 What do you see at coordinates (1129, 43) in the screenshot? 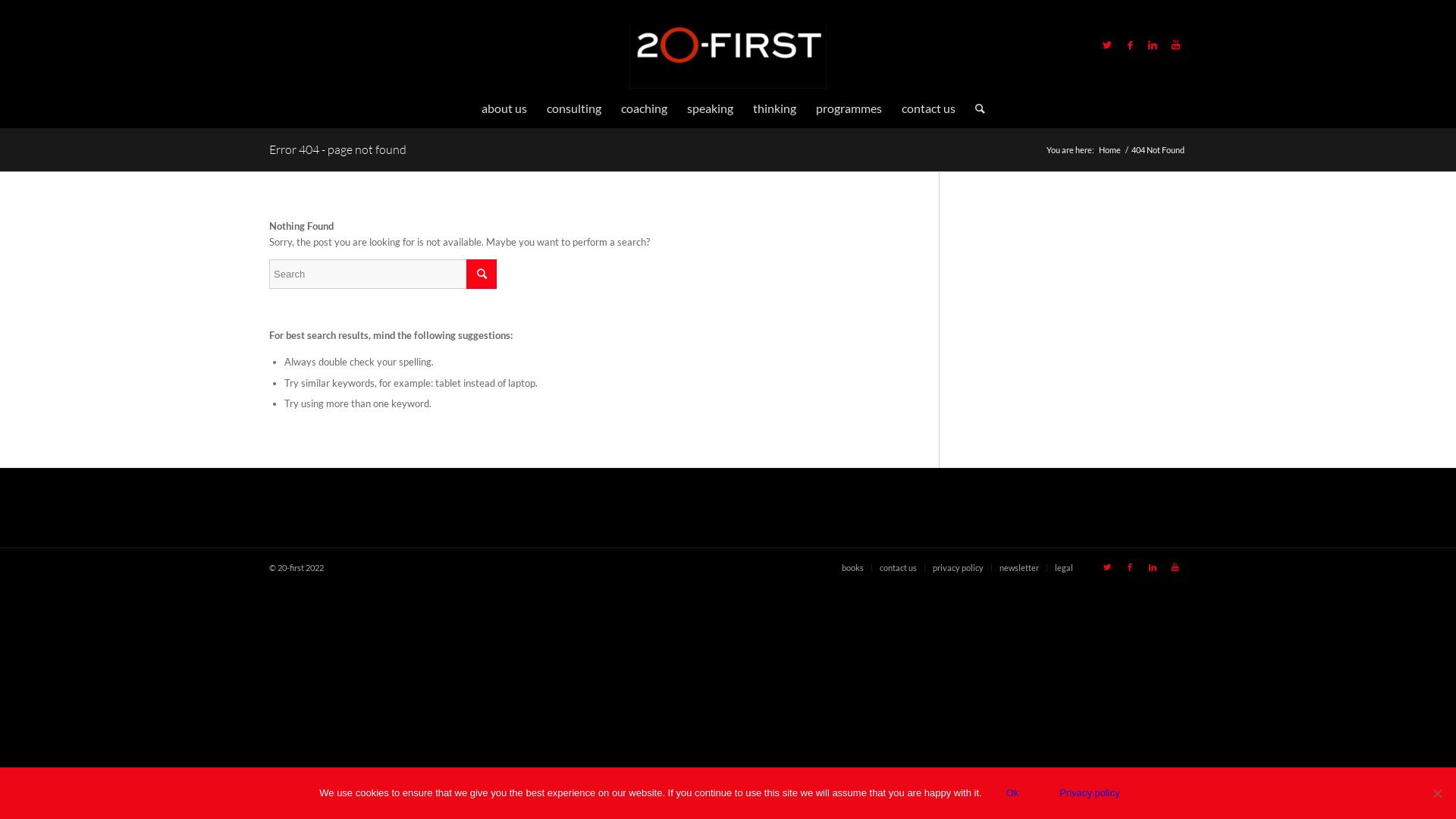
I see `'Facebook'` at bounding box center [1129, 43].